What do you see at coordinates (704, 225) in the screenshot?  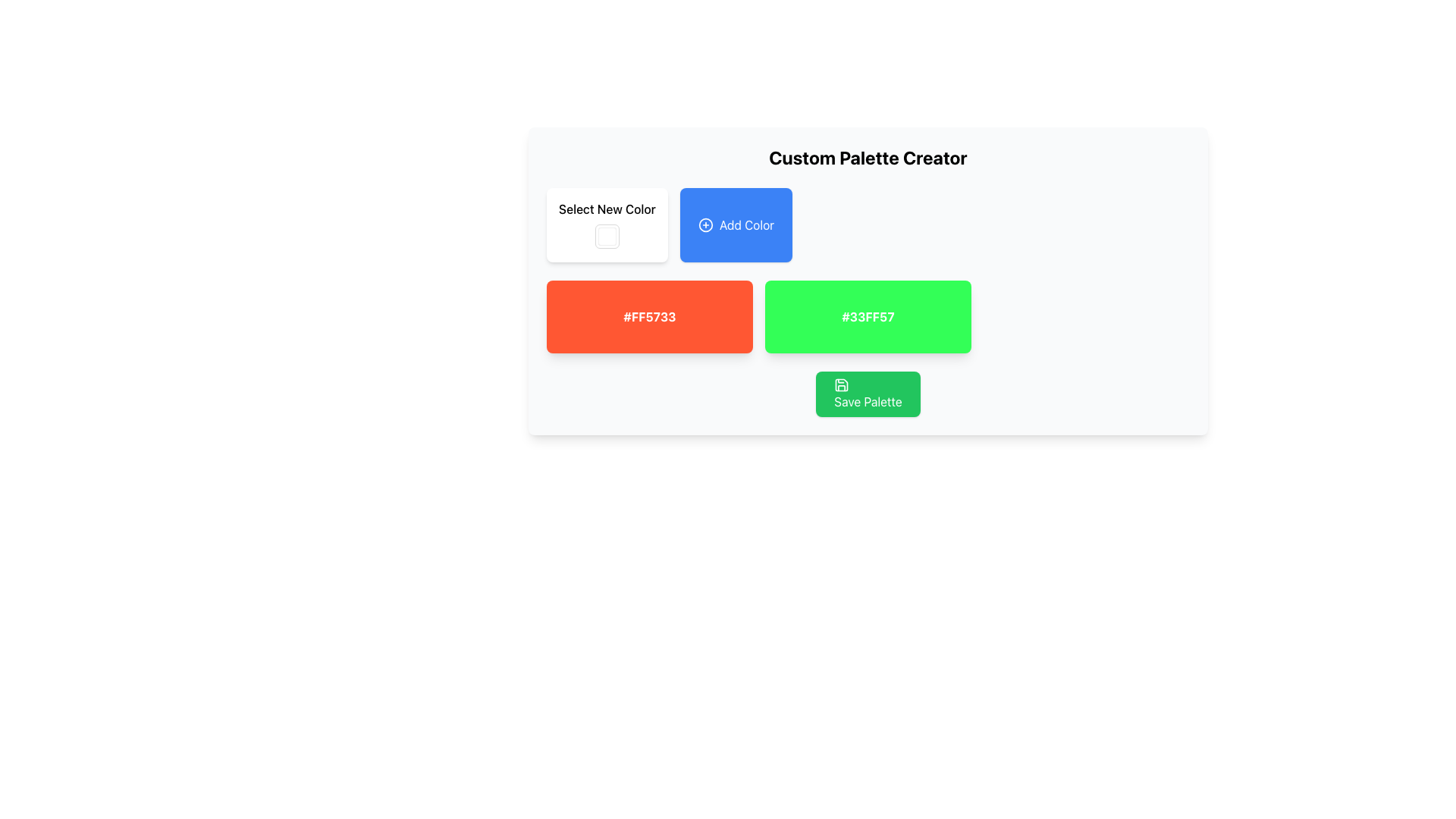 I see `the decorative SVG Circle that represents the 'Add Color' icon located at the top right of the central area of the interface` at bounding box center [704, 225].